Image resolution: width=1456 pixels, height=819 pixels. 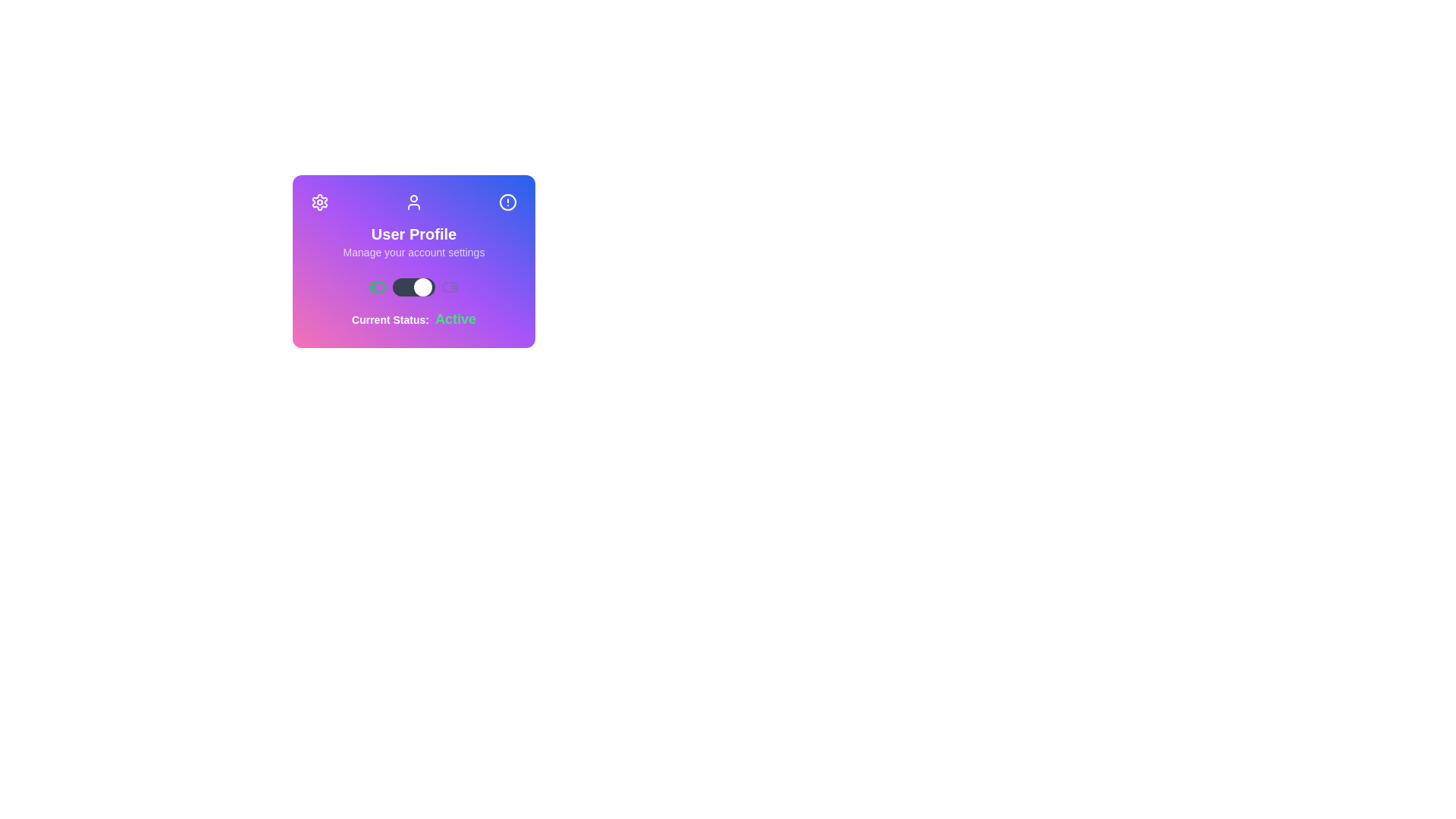 I want to click on the toggle switch located below the 'Manage your account settings' text and above the 'Current Status: Active' label, so click(x=414, y=287).